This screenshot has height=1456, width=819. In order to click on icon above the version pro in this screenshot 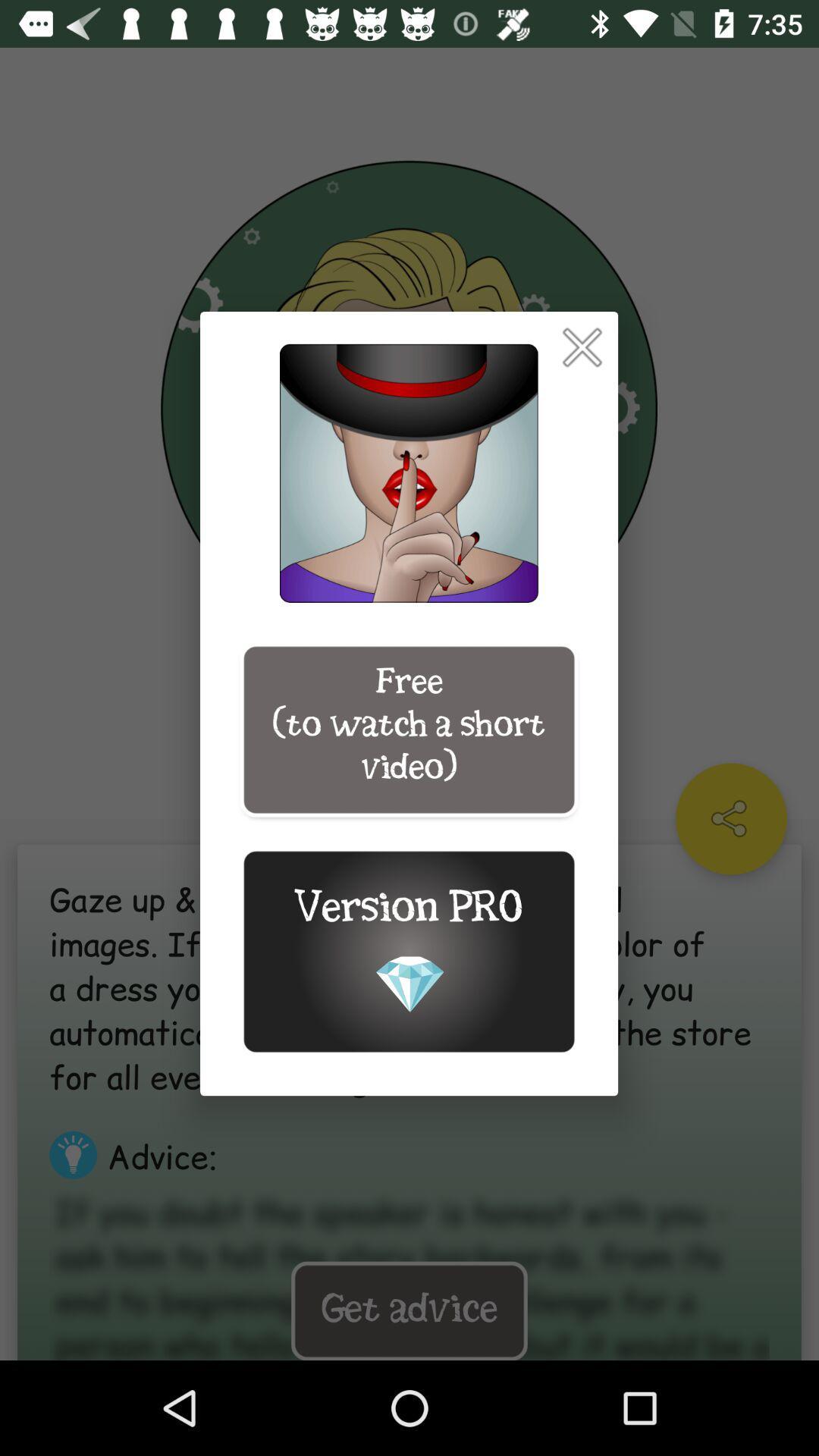, I will do `click(408, 730)`.